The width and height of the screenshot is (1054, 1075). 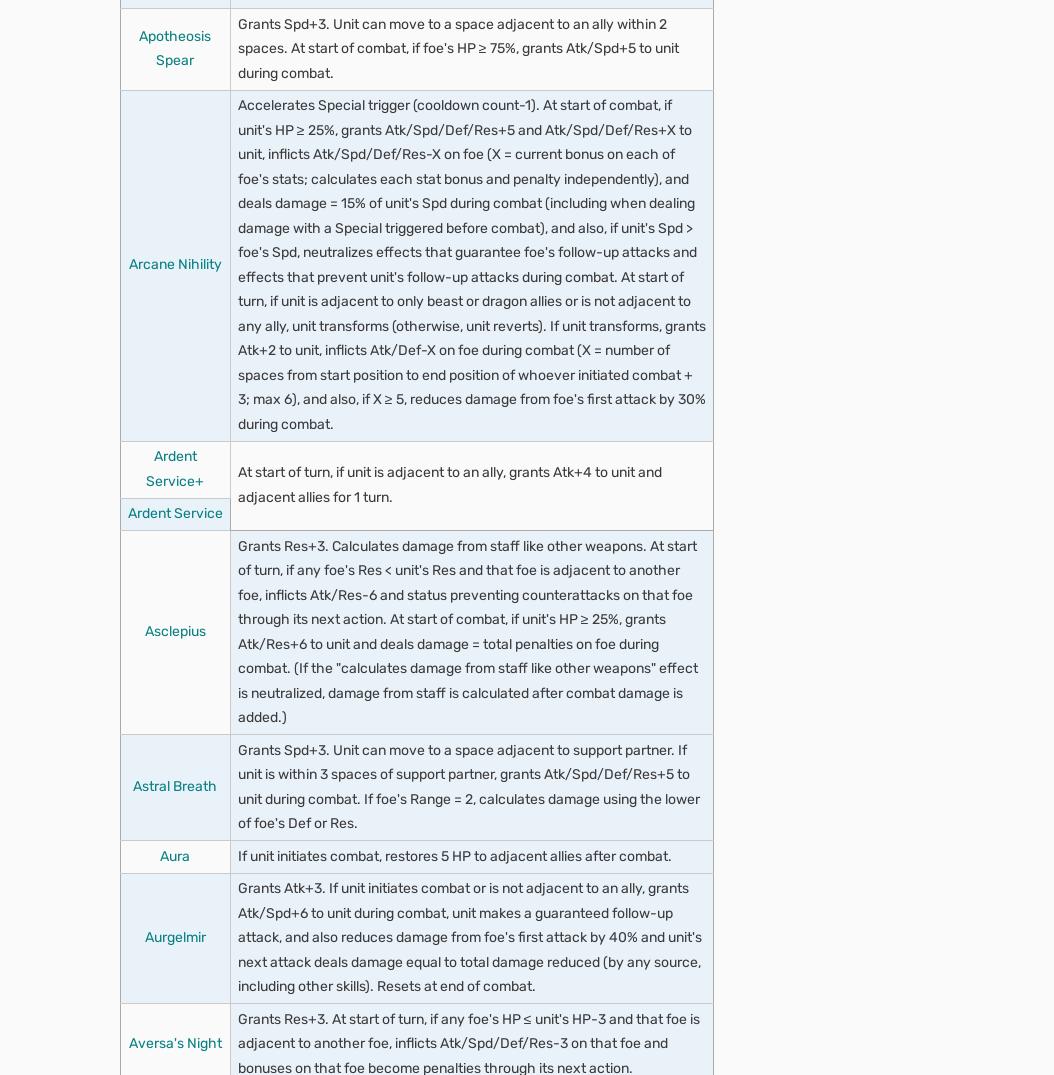 I want to click on 'Odd Spd Wave 3', so click(x=208, y=405).